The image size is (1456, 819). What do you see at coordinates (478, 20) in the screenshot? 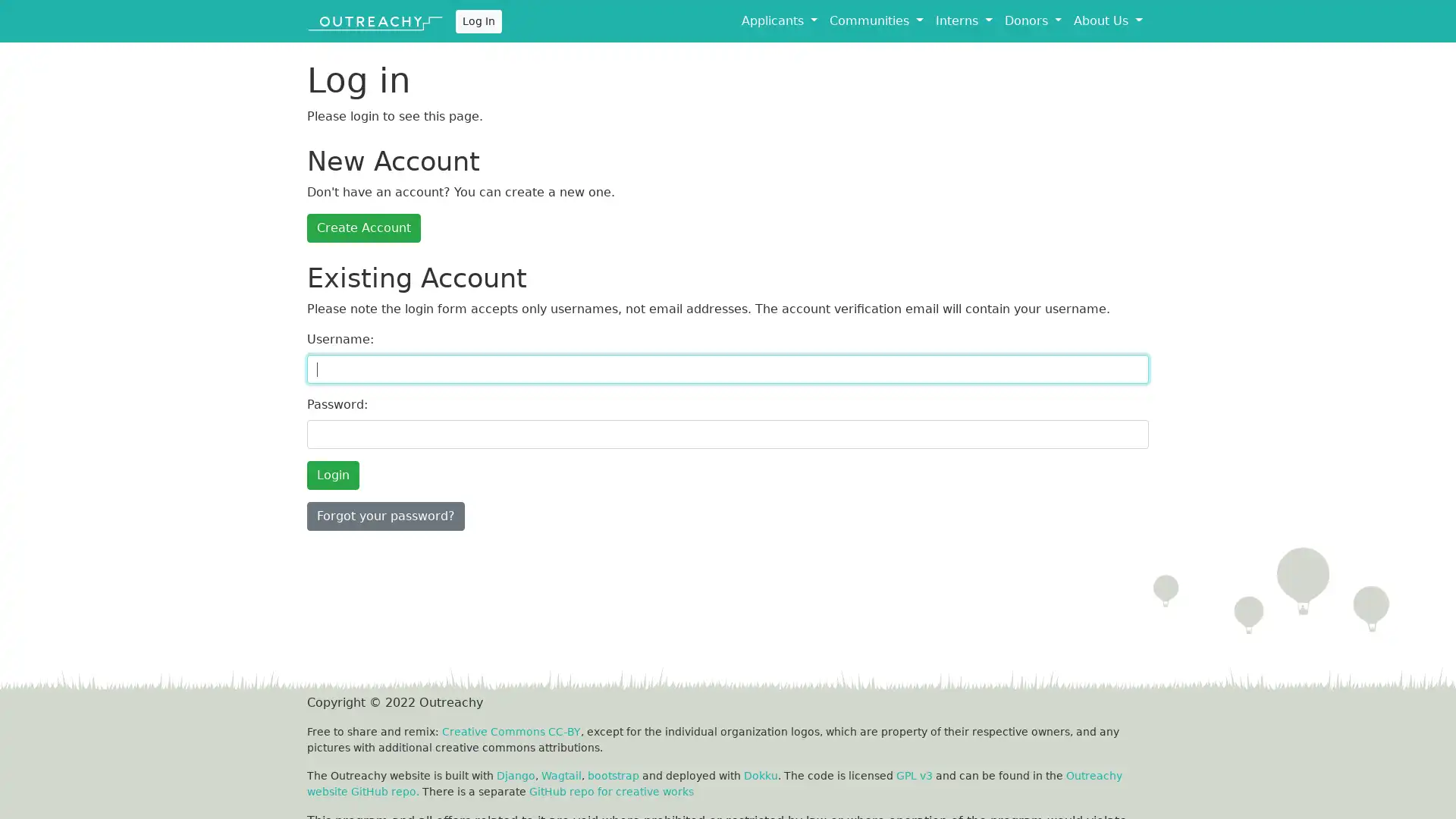
I see `Log In` at bounding box center [478, 20].